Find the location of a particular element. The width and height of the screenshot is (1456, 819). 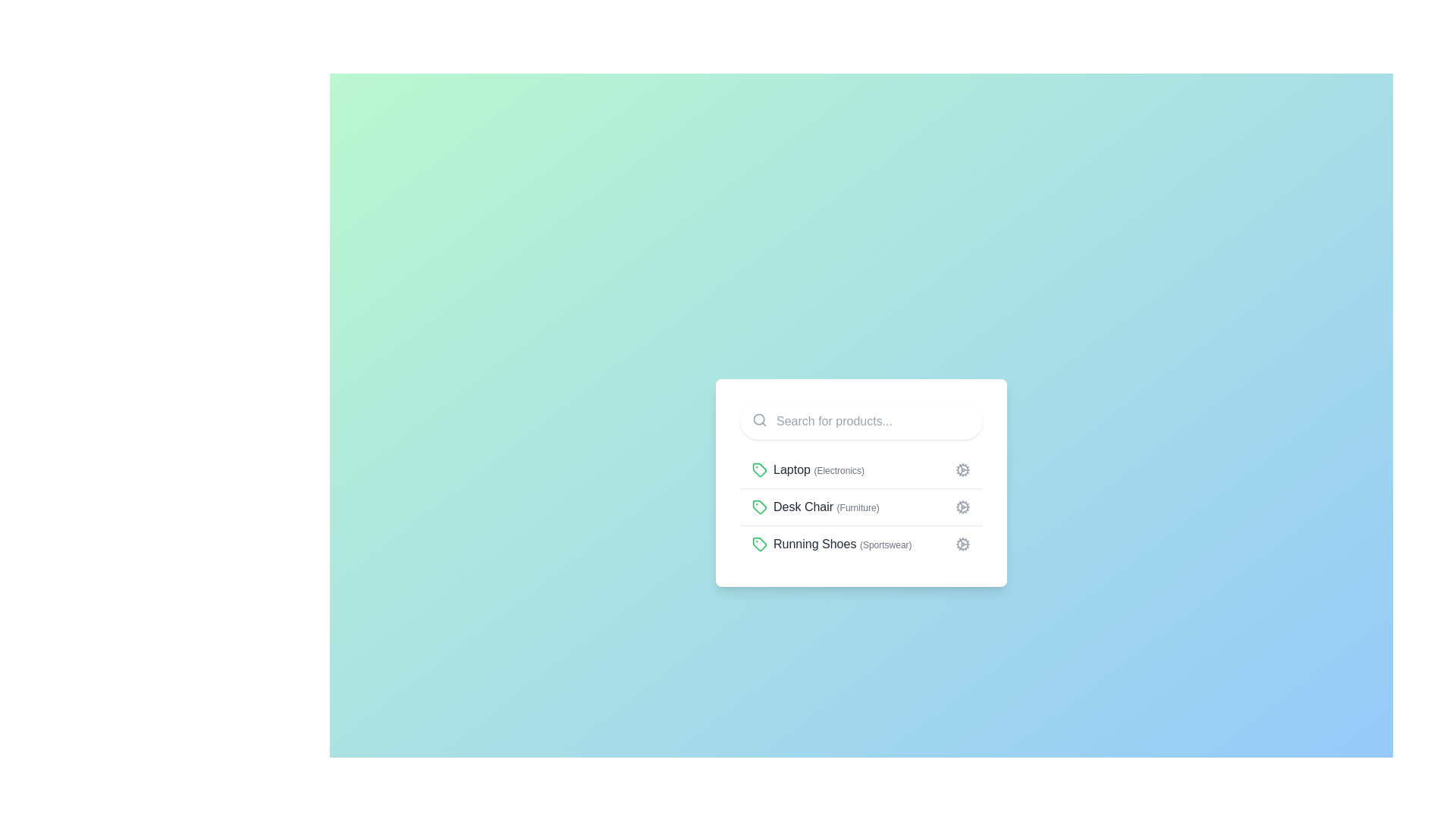

the search icon located at the top-left corner of the search bar, which visually indicates the search functionality is located at coordinates (760, 420).